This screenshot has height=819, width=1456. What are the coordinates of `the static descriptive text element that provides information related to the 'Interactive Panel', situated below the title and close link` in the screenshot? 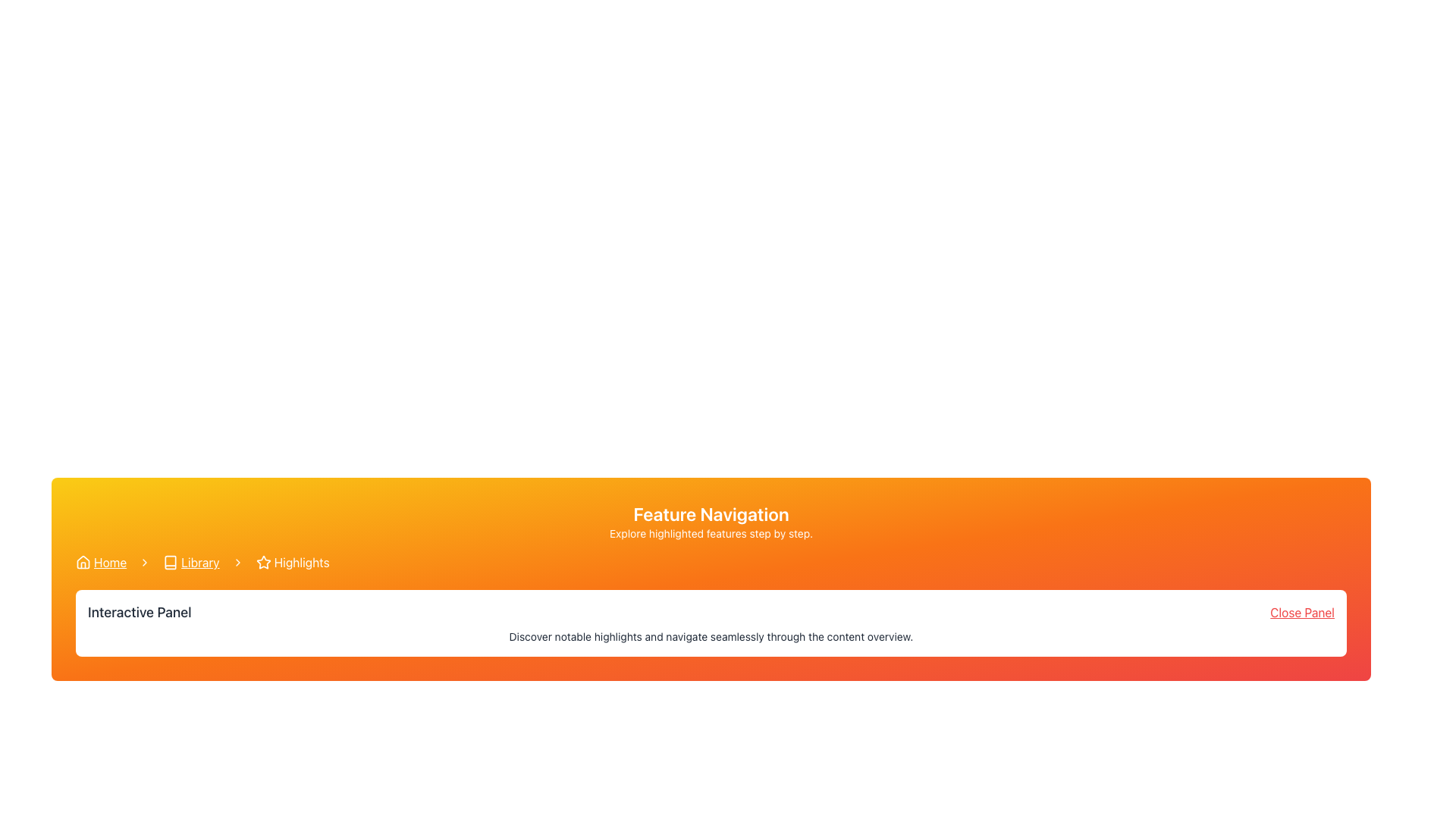 It's located at (710, 637).